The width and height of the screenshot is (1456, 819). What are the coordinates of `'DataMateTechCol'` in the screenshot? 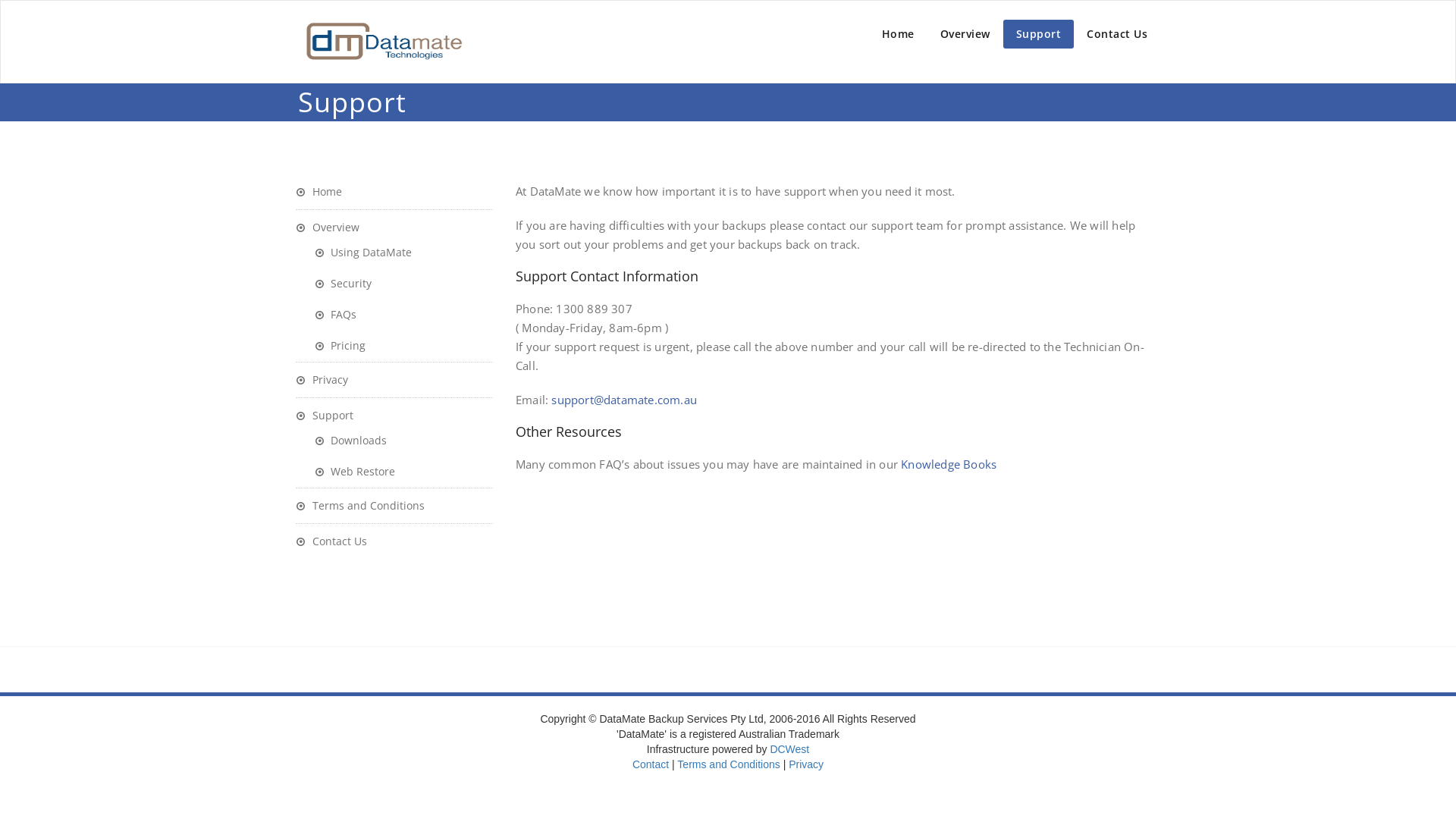 It's located at (382, 40).